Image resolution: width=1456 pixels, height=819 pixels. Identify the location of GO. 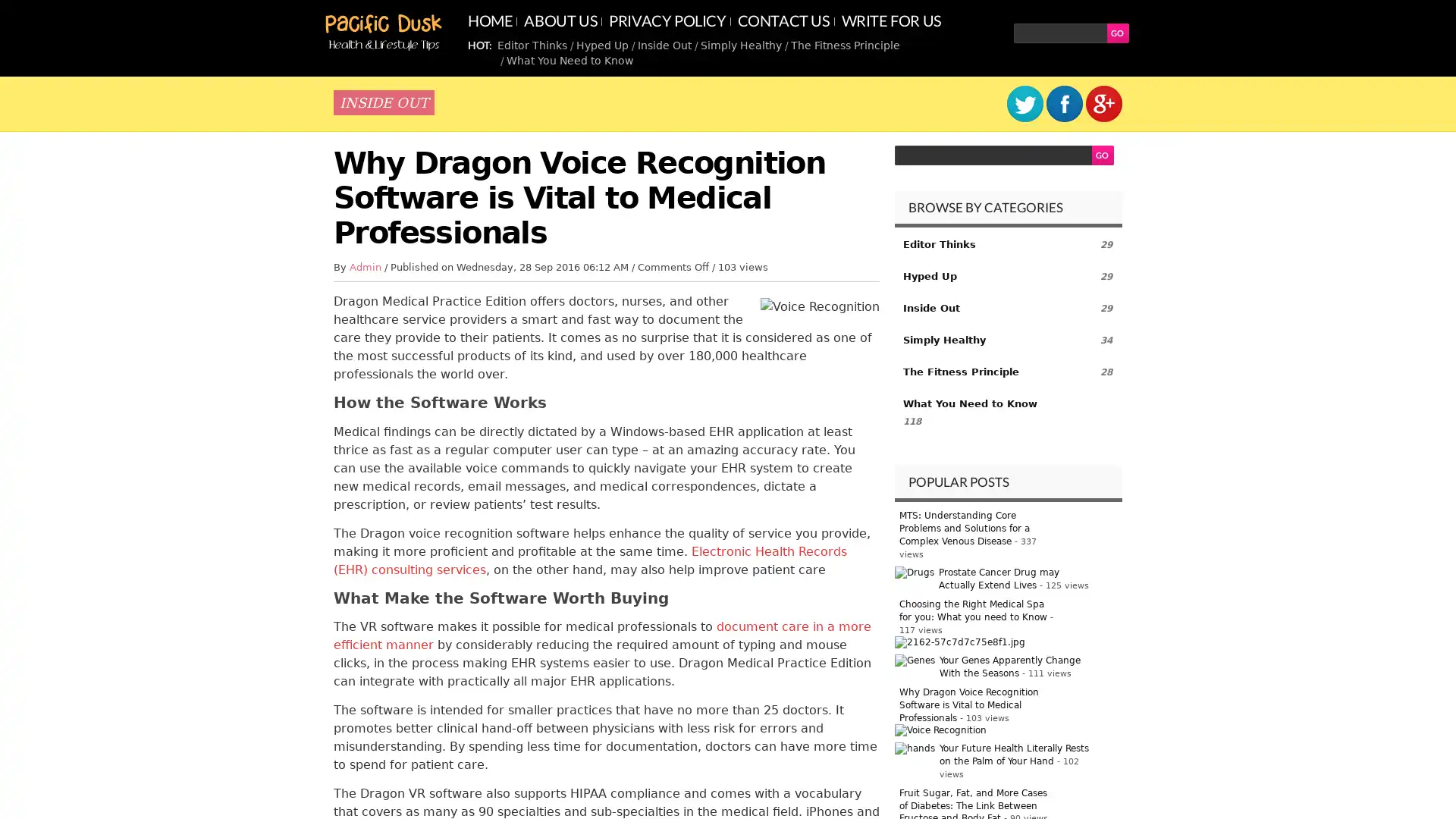
(1118, 33).